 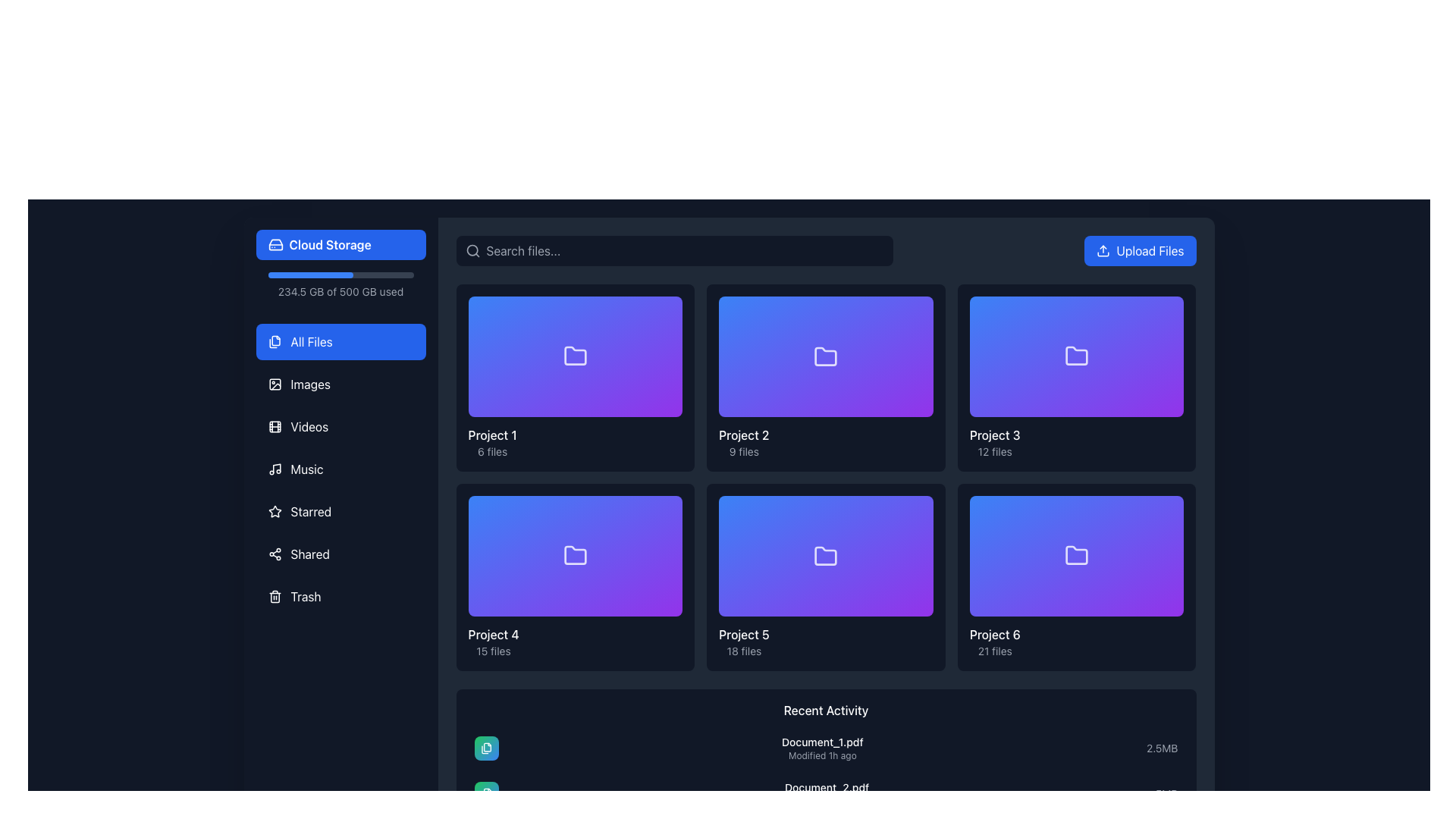 I want to click on the folder icon in the second card of the first row, so click(x=825, y=356).